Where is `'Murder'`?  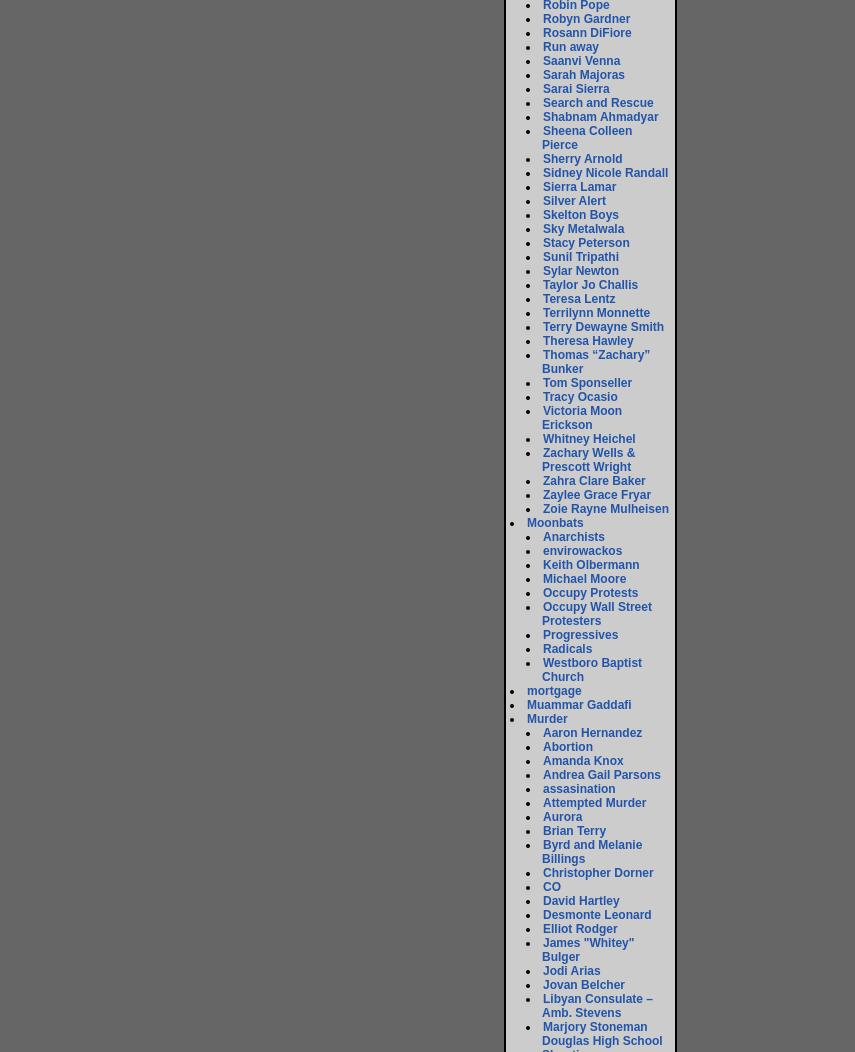
'Murder' is located at coordinates (547, 719).